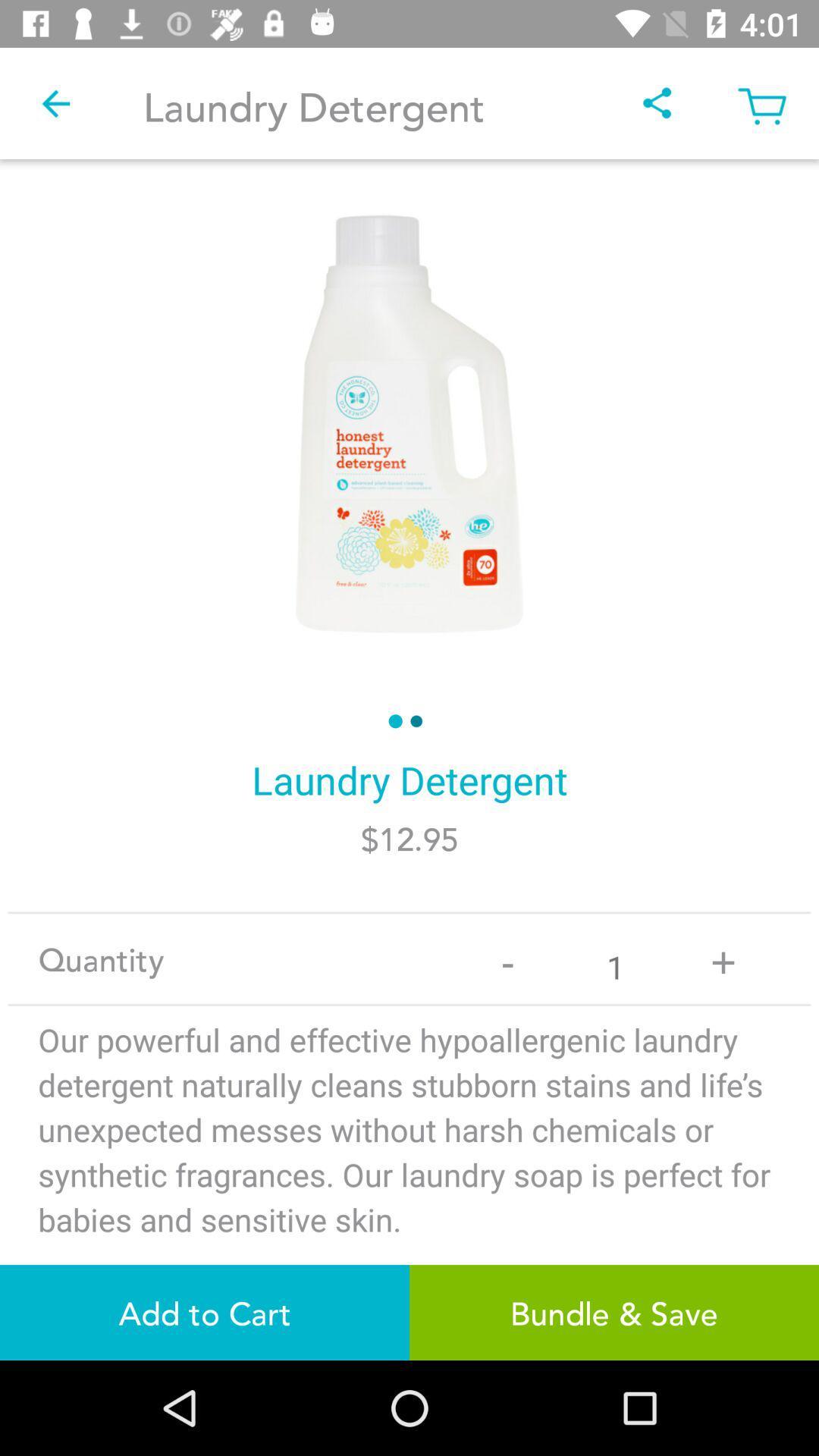  What do you see at coordinates (55, 102) in the screenshot?
I see `the icon at the top left corner` at bounding box center [55, 102].